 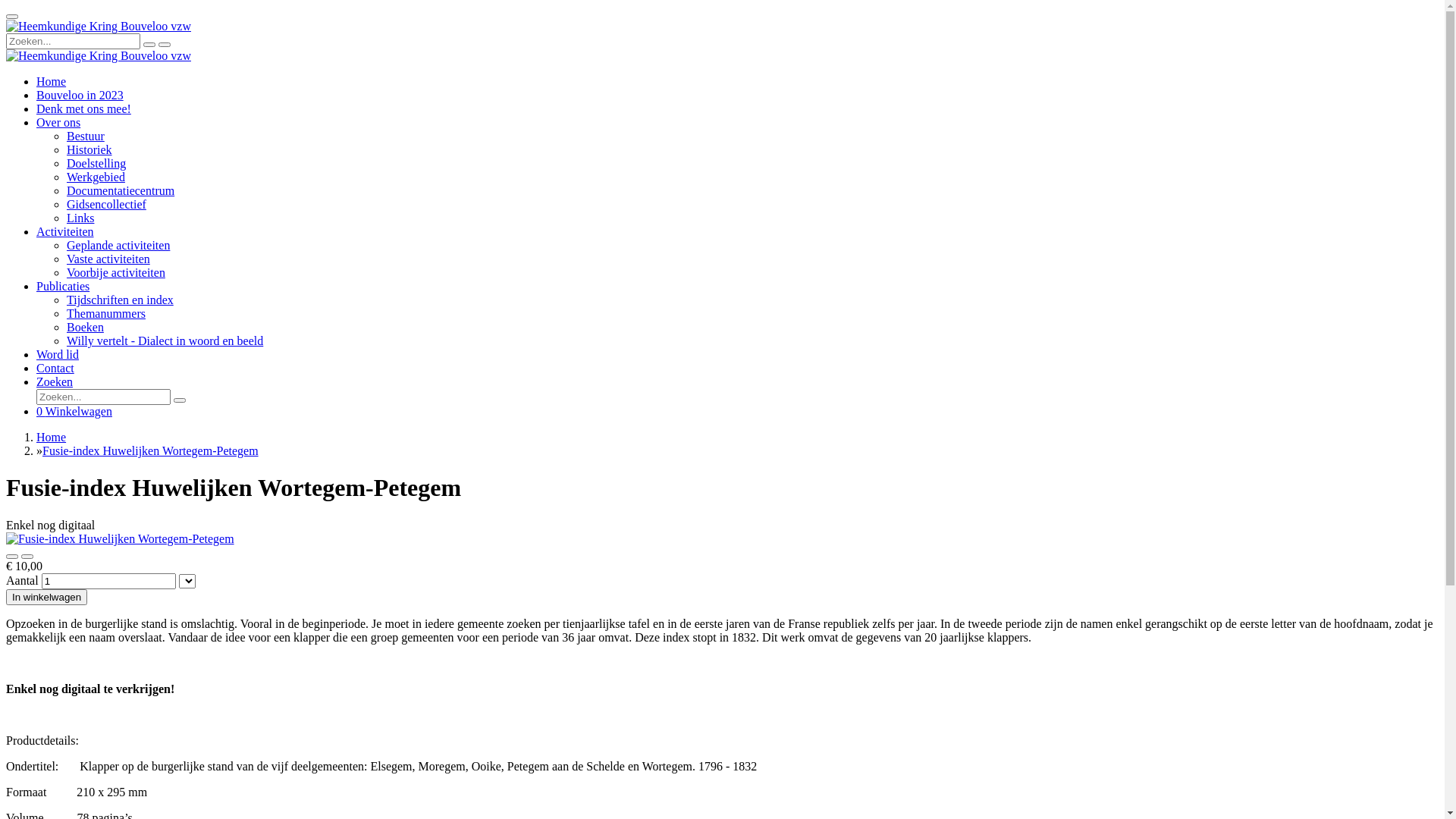 I want to click on 'Themanummers', so click(x=105, y=312).